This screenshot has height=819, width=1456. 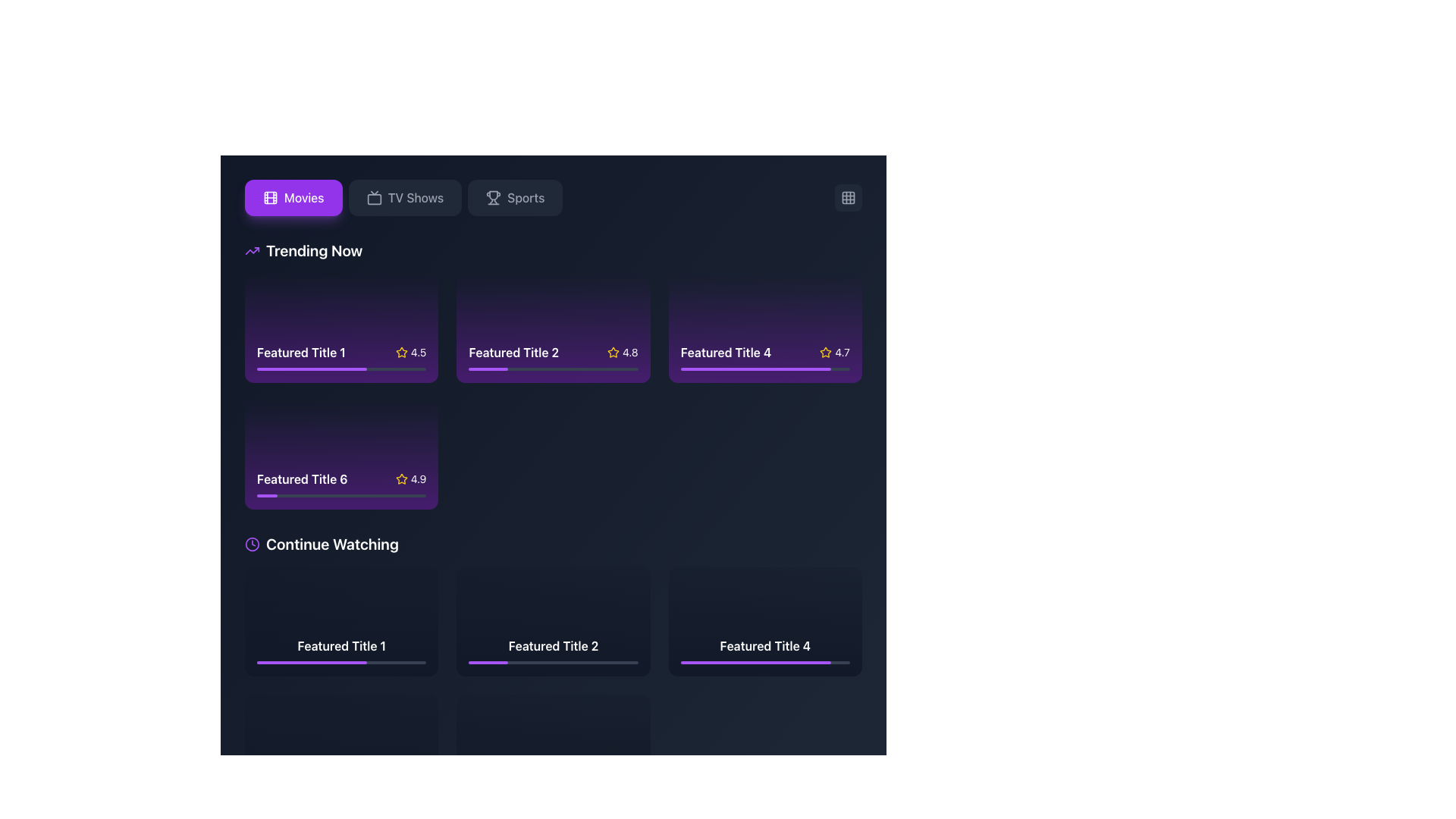 What do you see at coordinates (411, 352) in the screenshot?
I see `rating value displayed next to the yellow star icon in the 'Featured Title 1' card located in the 'Trending Now' section` at bounding box center [411, 352].